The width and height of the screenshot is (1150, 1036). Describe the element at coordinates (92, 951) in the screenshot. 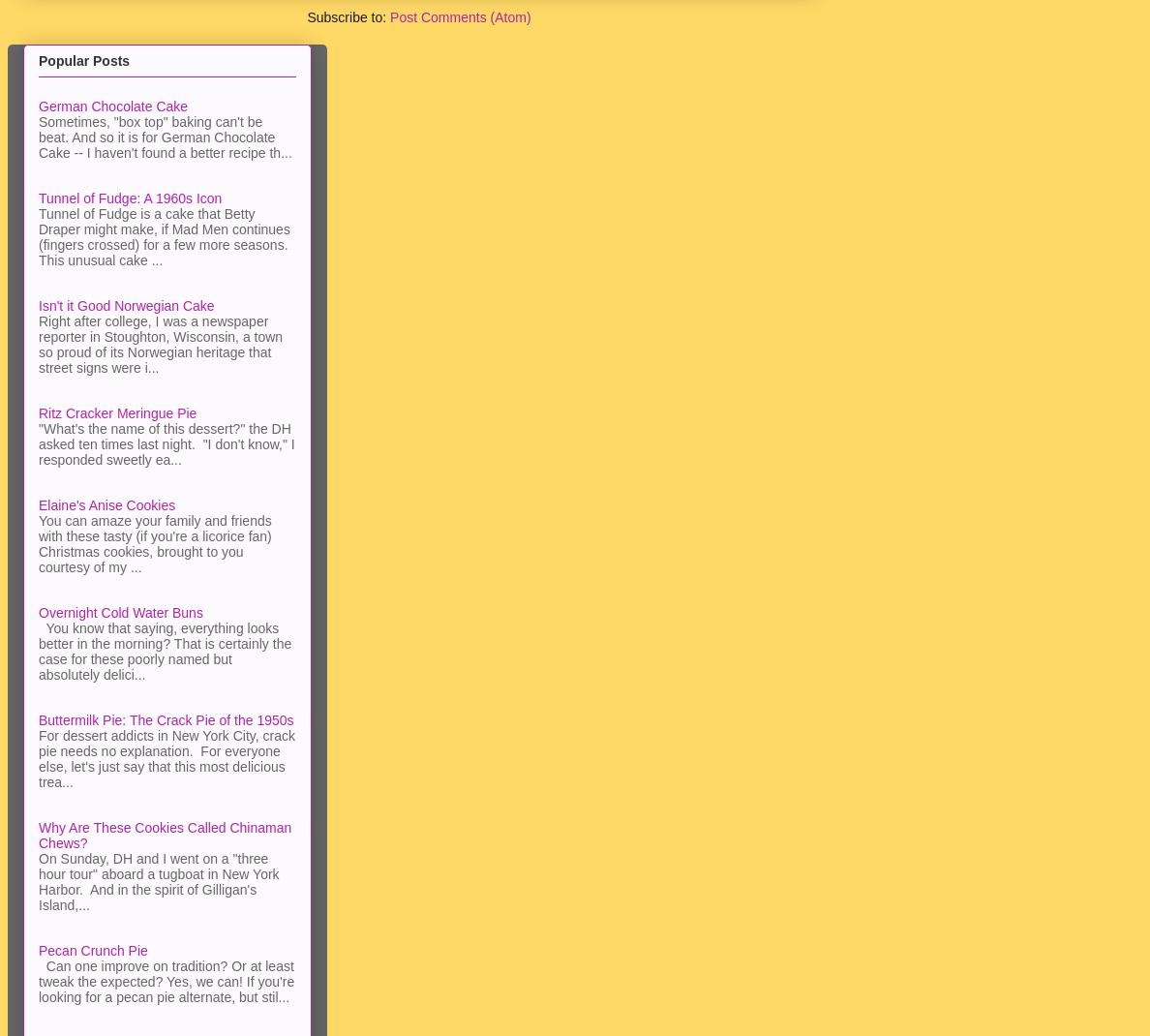

I see `'Pecan Crunch Pie'` at that location.